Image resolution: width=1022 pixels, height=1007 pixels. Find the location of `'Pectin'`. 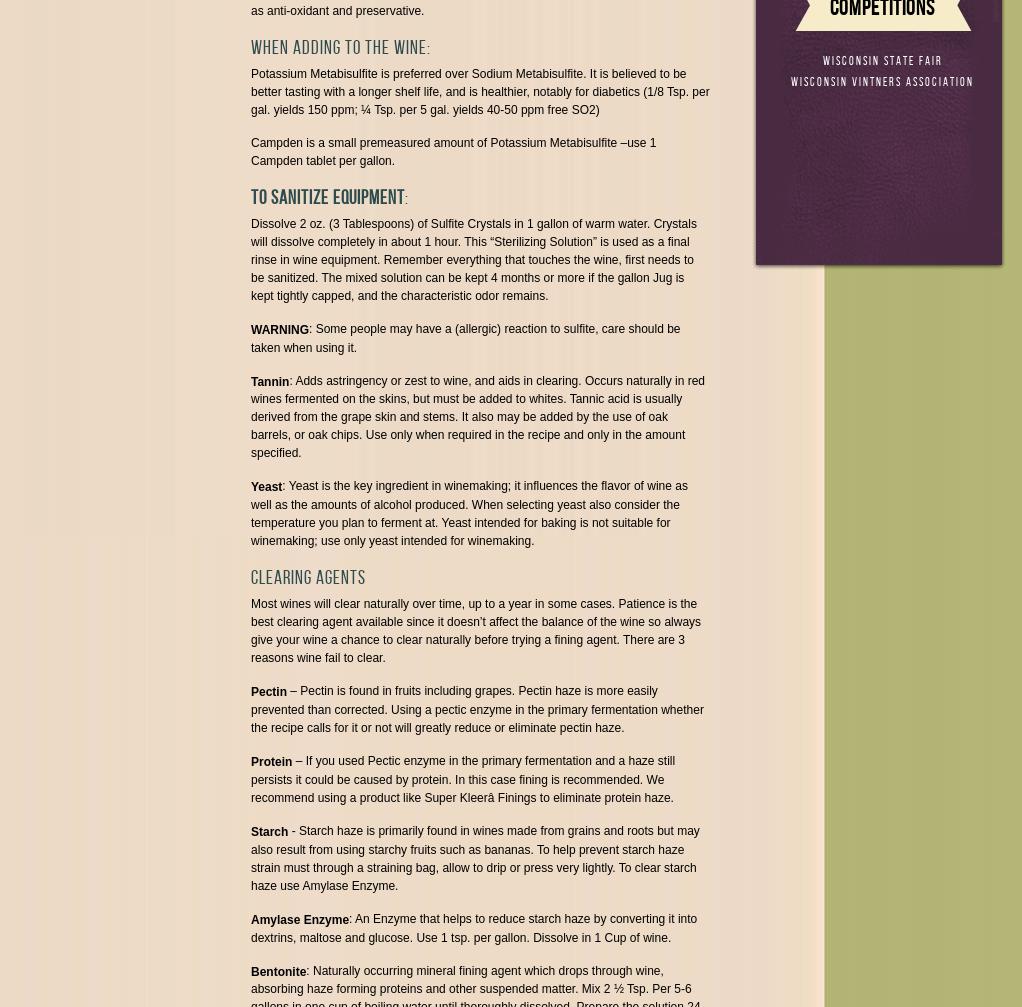

'Pectin' is located at coordinates (268, 691).